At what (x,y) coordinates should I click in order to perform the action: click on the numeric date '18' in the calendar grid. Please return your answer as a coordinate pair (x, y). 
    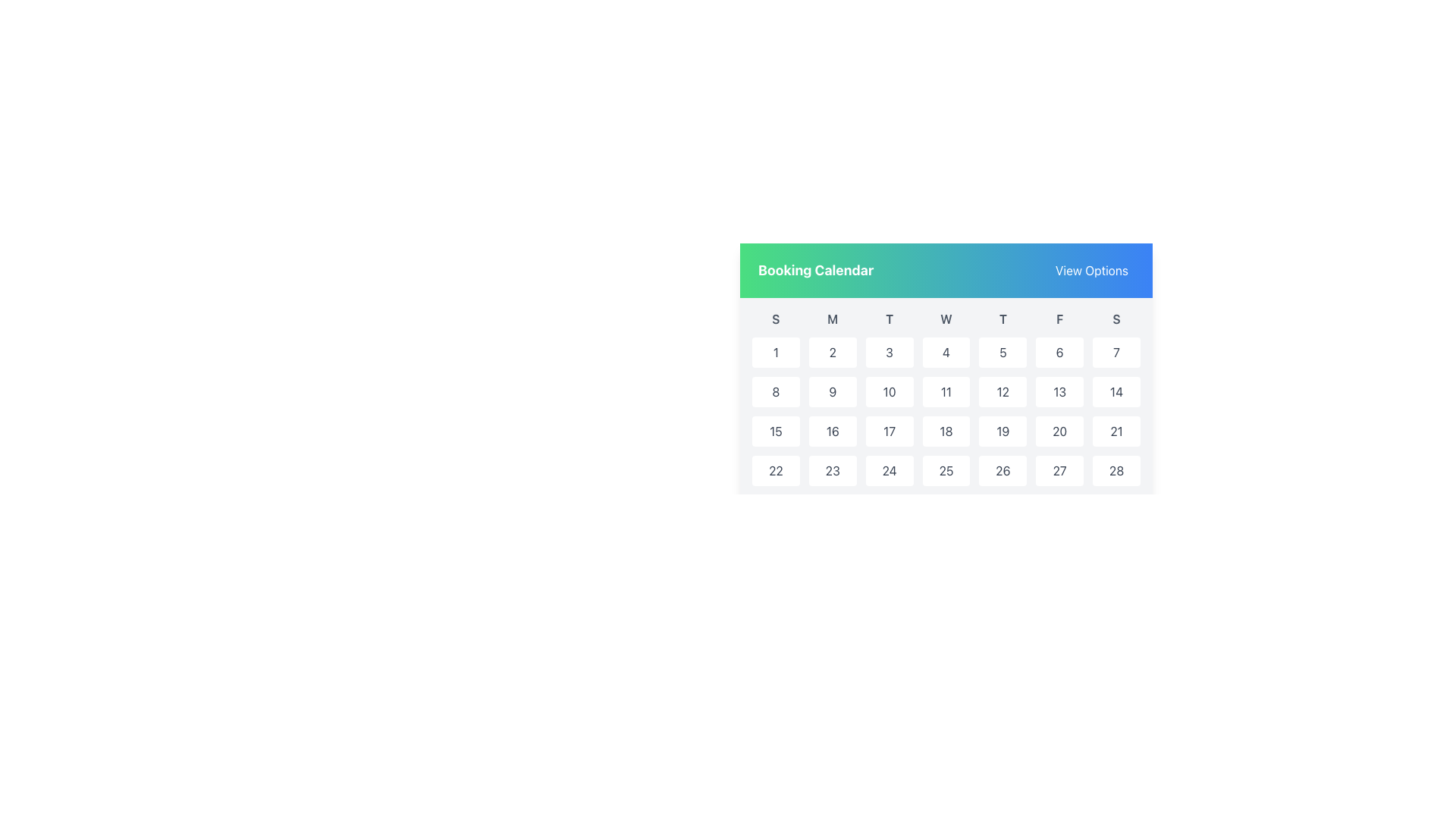
    Looking at the image, I should click on (946, 431).